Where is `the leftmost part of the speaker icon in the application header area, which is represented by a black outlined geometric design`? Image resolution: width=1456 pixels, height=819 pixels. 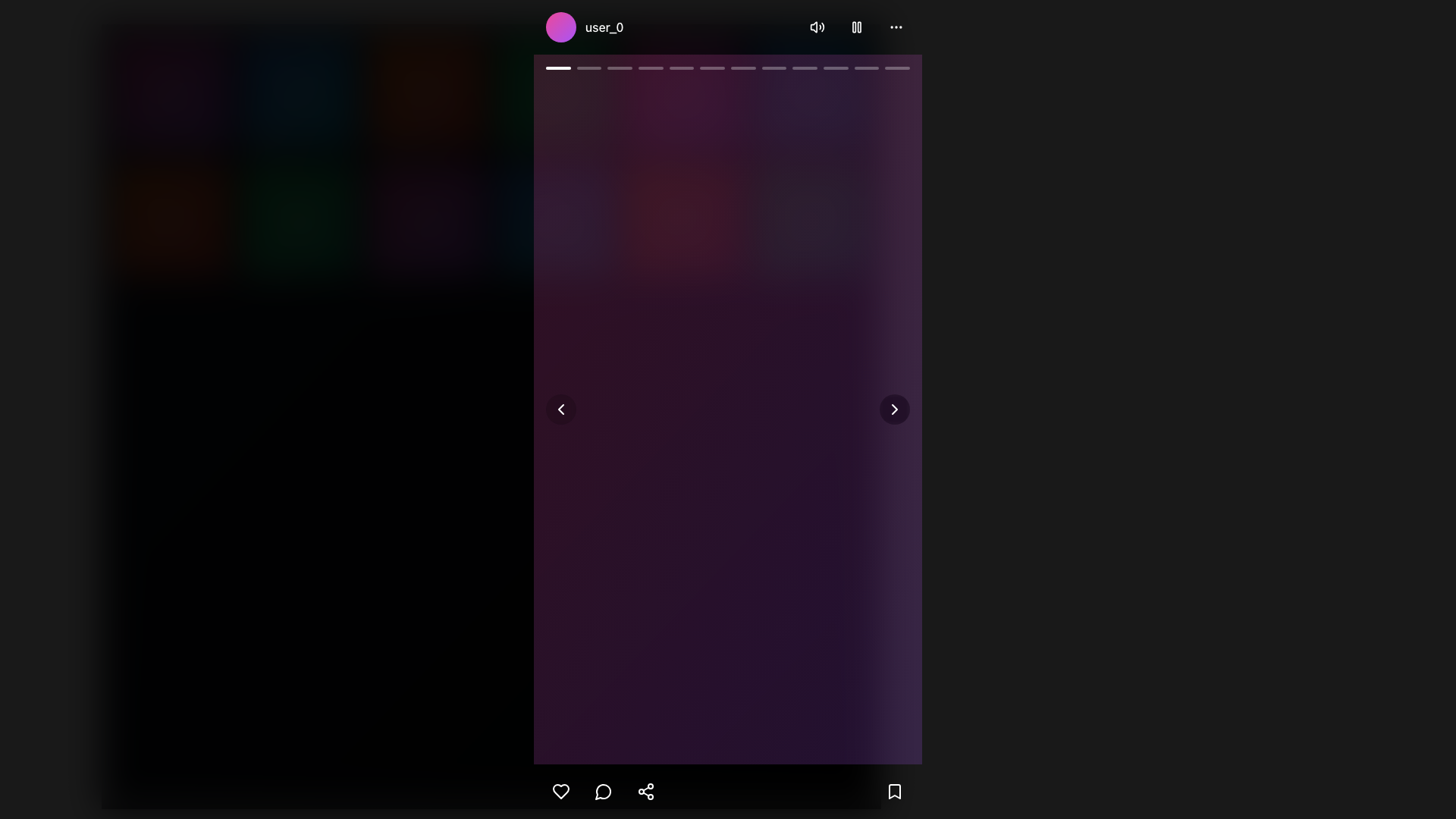 the leftmost part of the speaker icon in the application header area, which is represented by a black outlined geometric design is located at coordinates (813, 27).